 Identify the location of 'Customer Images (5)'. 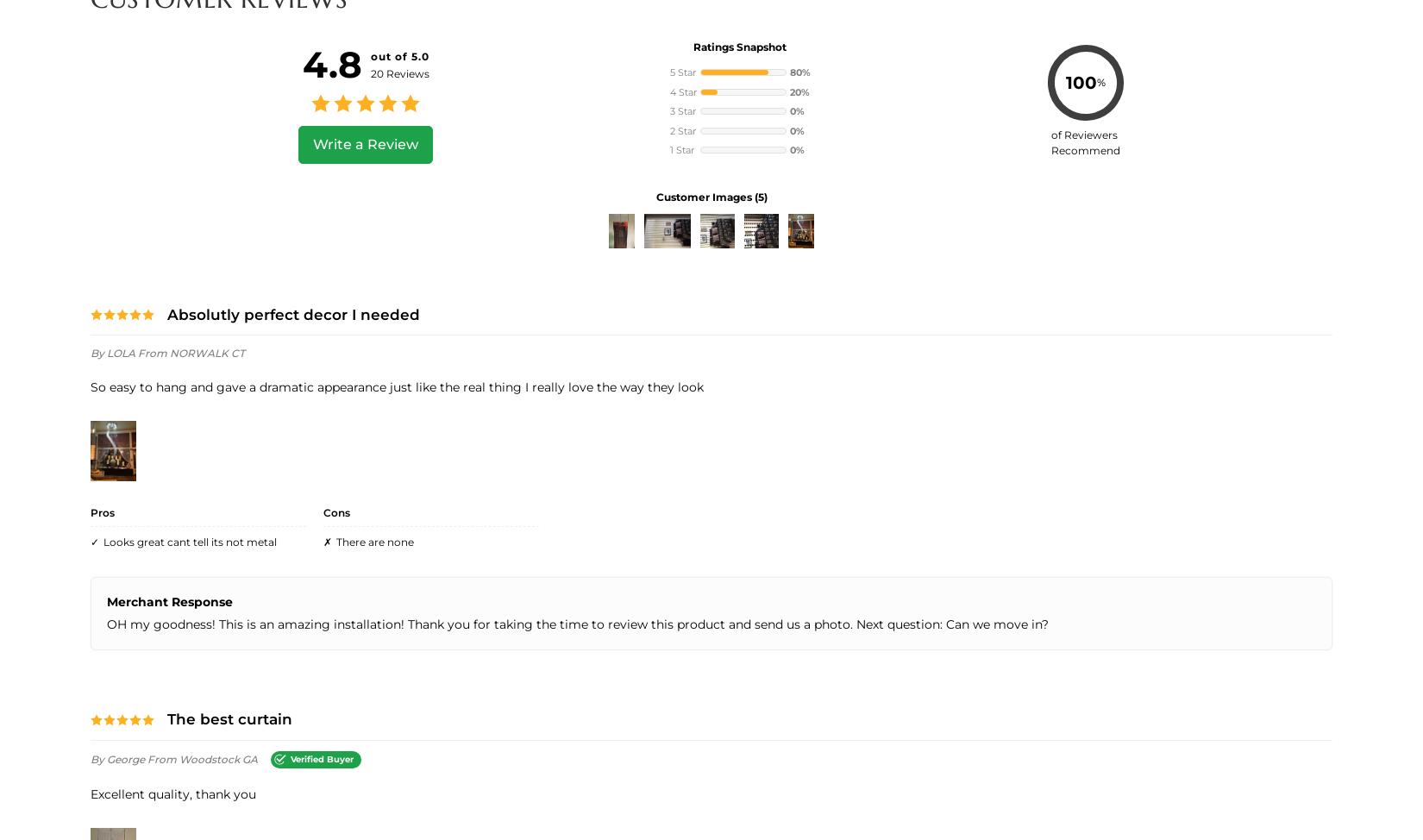
(710, 196).